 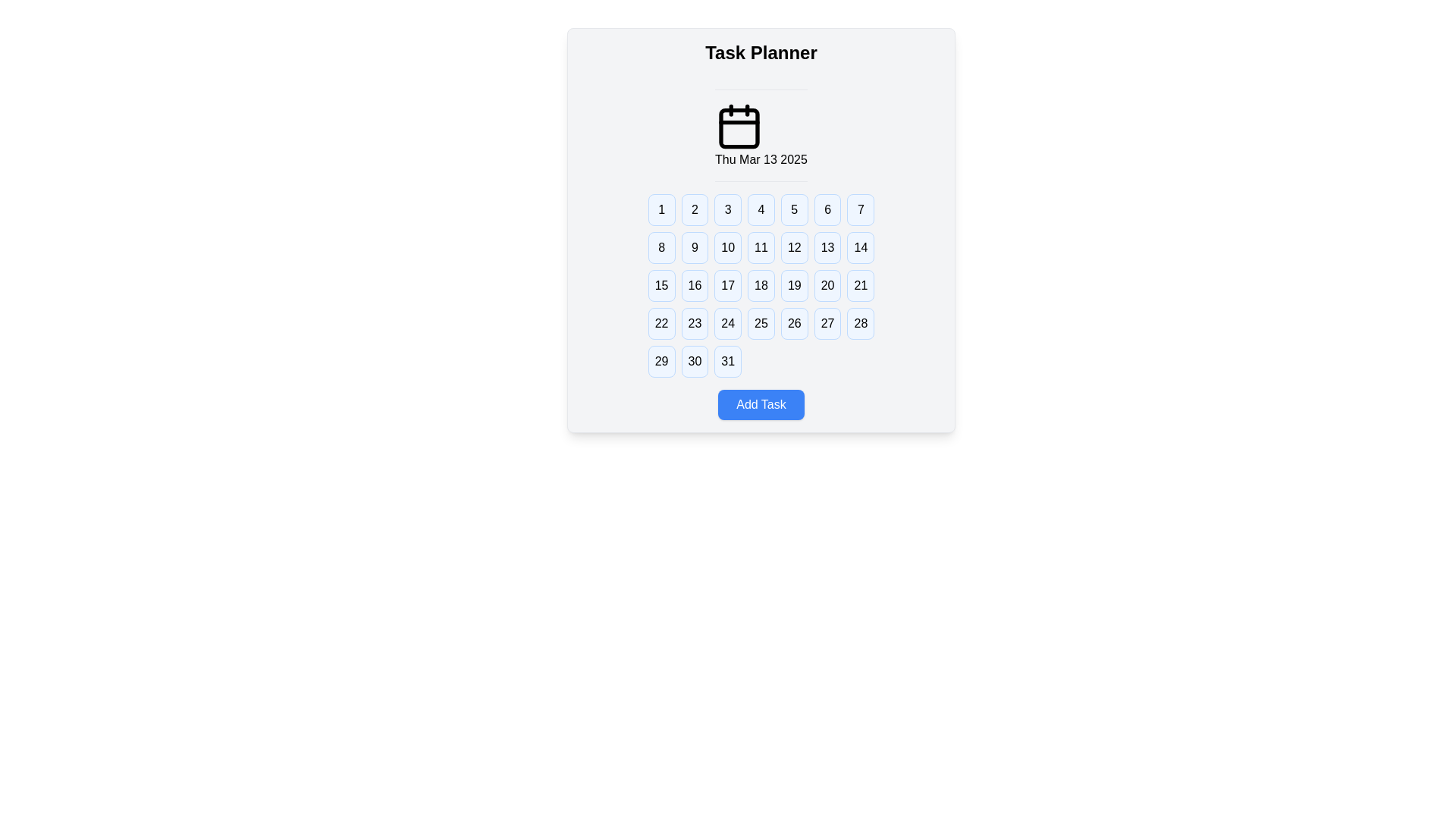 What do you see at coordinates (694, 362) in the screenshot?
I see `the Calendar Date Item representing the 30th day in the calendar view` at bounding box center [694, 362].